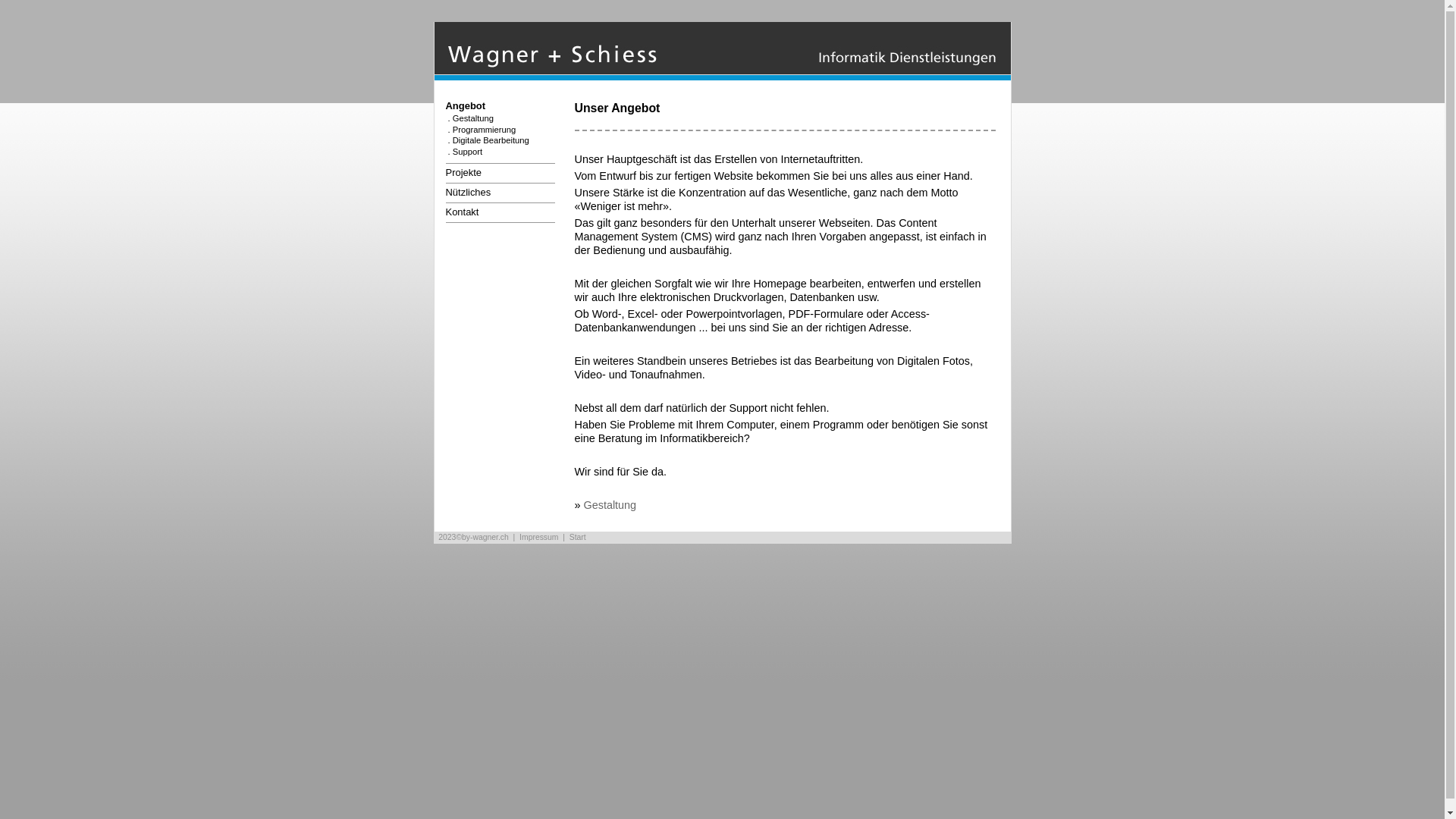 The image size is (1456, 819). What do you see at coordinates (538, 536) in the screenshot?
I see `'Impressum'` at bounding box center [538, 536].